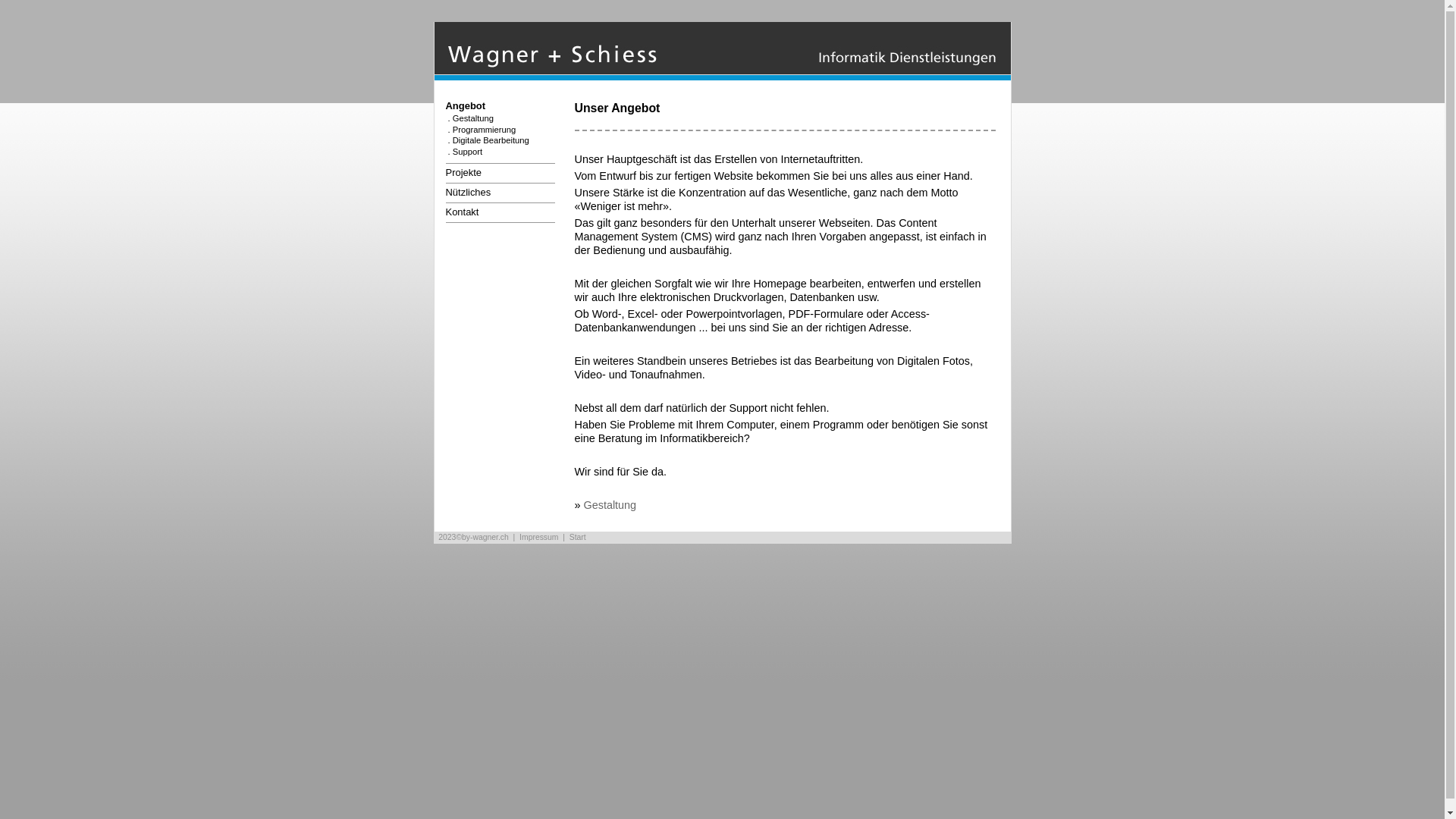 The image size is (1456, 819). What do you see at coordinates (538, 536) in the screenshot?
I see `'Impressum'` at bounding box center [538, 536].